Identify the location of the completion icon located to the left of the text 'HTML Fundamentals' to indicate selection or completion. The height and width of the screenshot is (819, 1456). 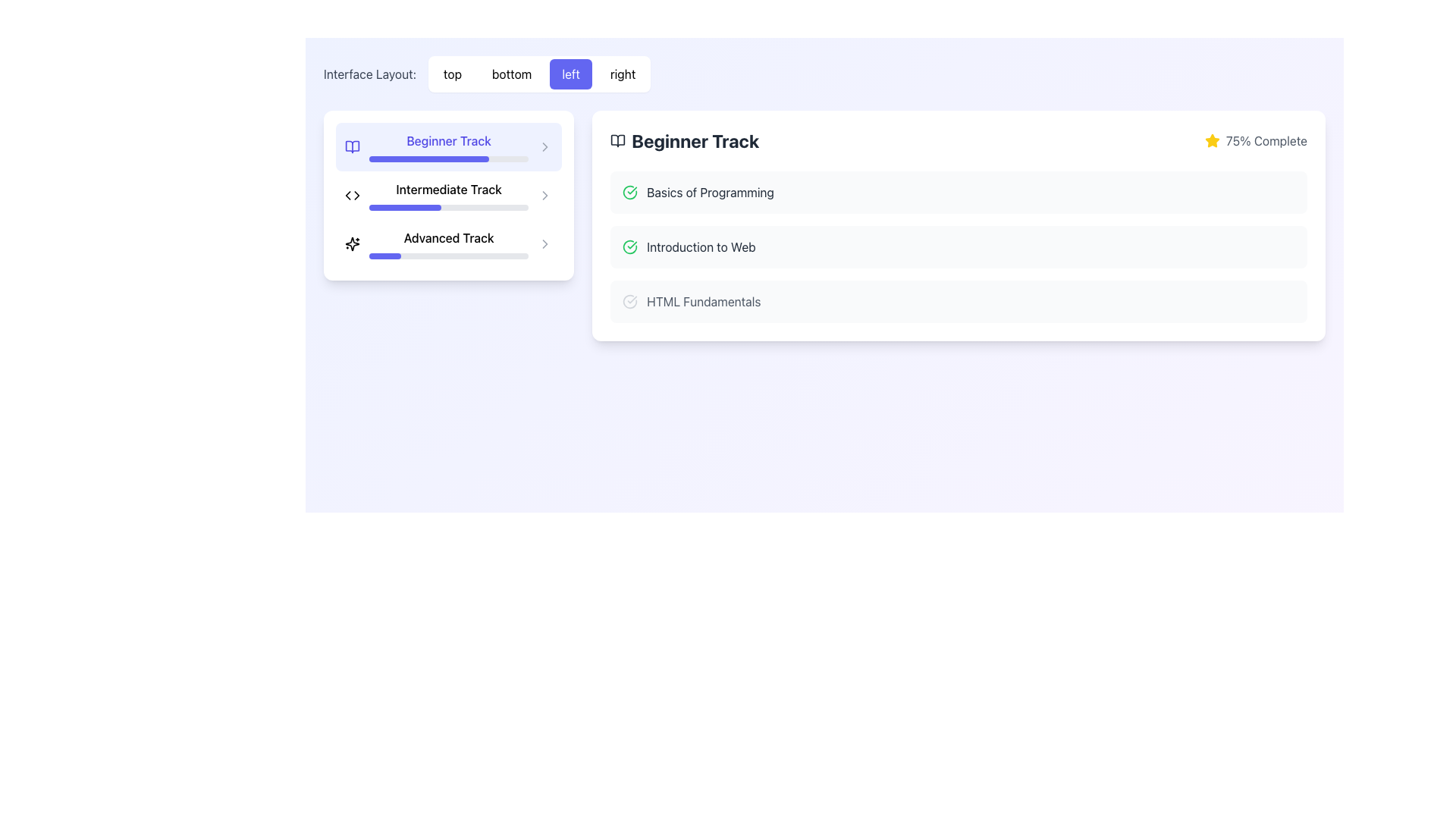
(630, 301).